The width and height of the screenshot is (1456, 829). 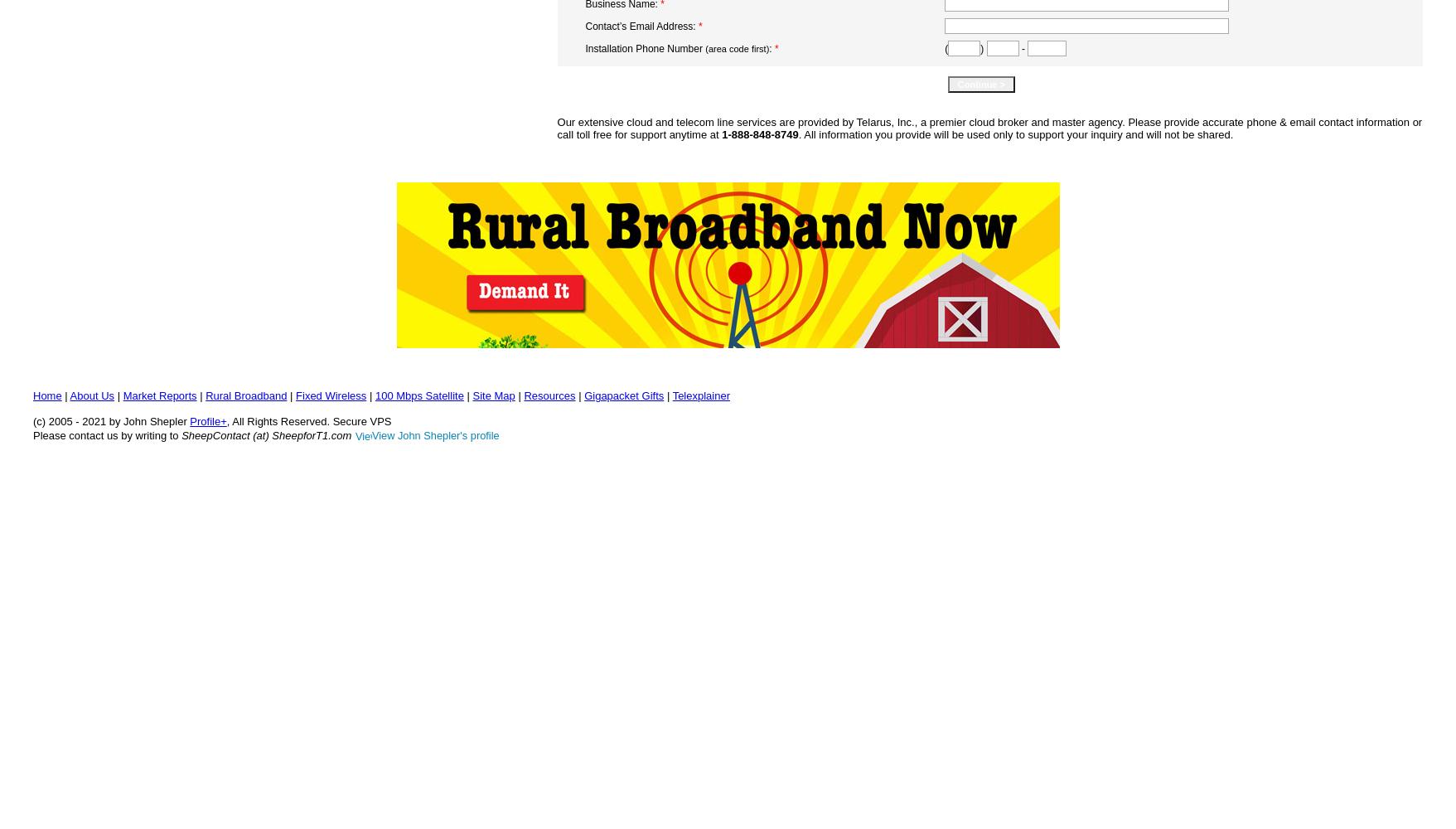 What do you see at coordinates (624, 395) in the screenshot?
I see `'Gigapacket Gifts'` at bounding box center [624, 395].